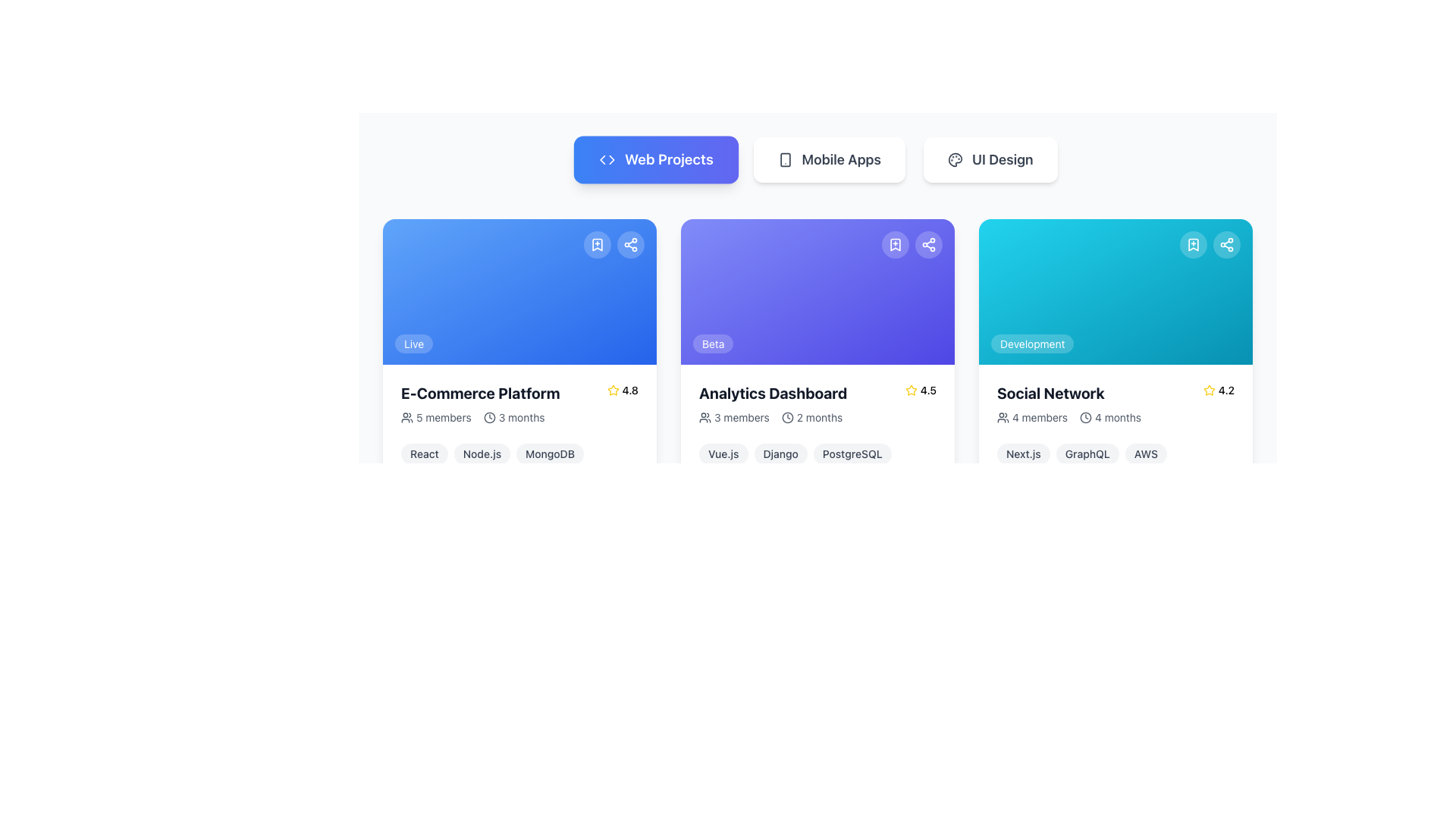  I want to click on text label '4 members' which is located below the title of the 'Social Network' card in the third column of the layout, so click(1031, 418).